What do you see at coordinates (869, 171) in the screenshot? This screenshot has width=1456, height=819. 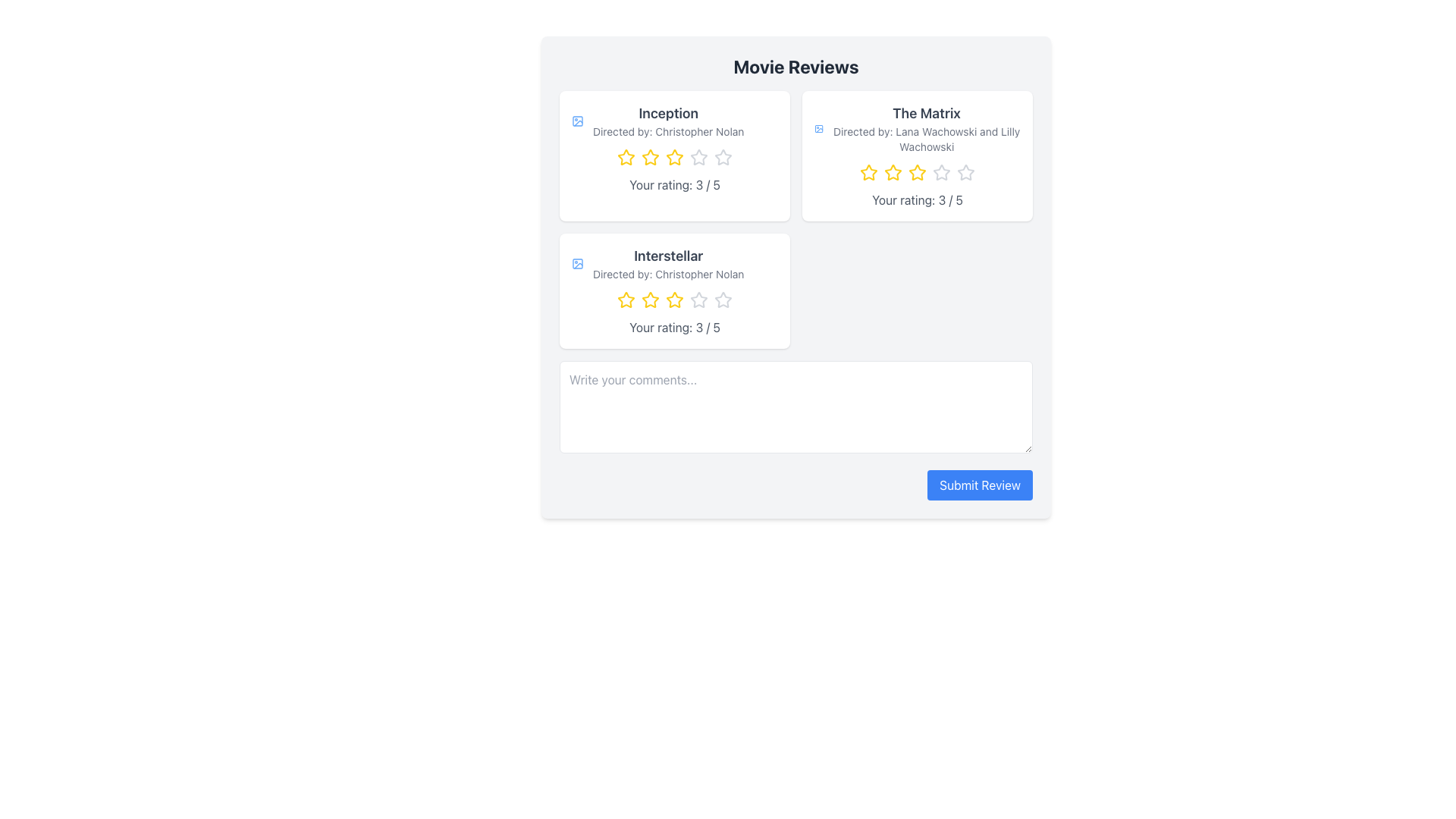 I see `the first yellow star in the rating system for 'The Matrix'` at bounding box center [869, 171].